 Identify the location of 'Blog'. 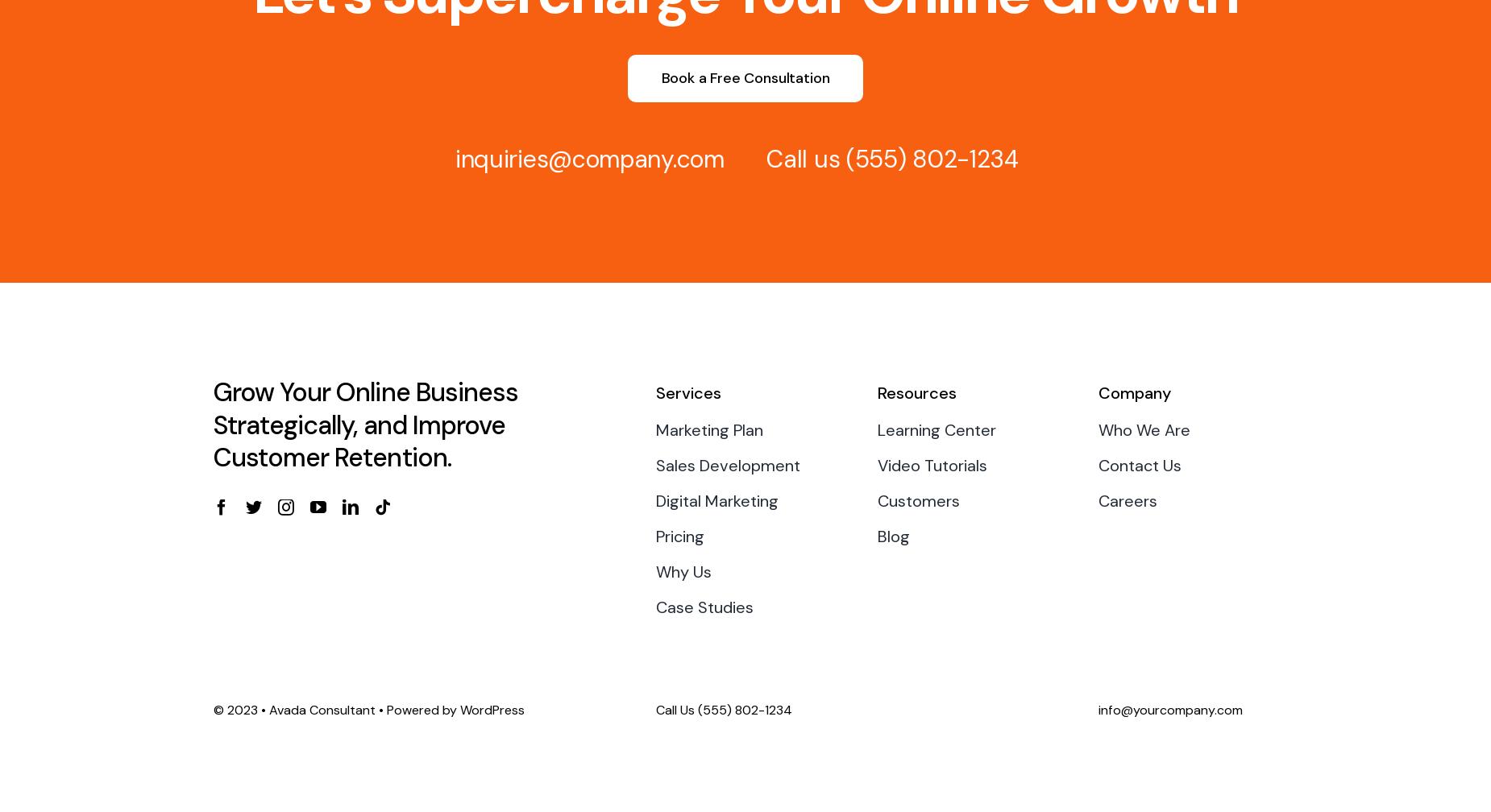
(891, 536).